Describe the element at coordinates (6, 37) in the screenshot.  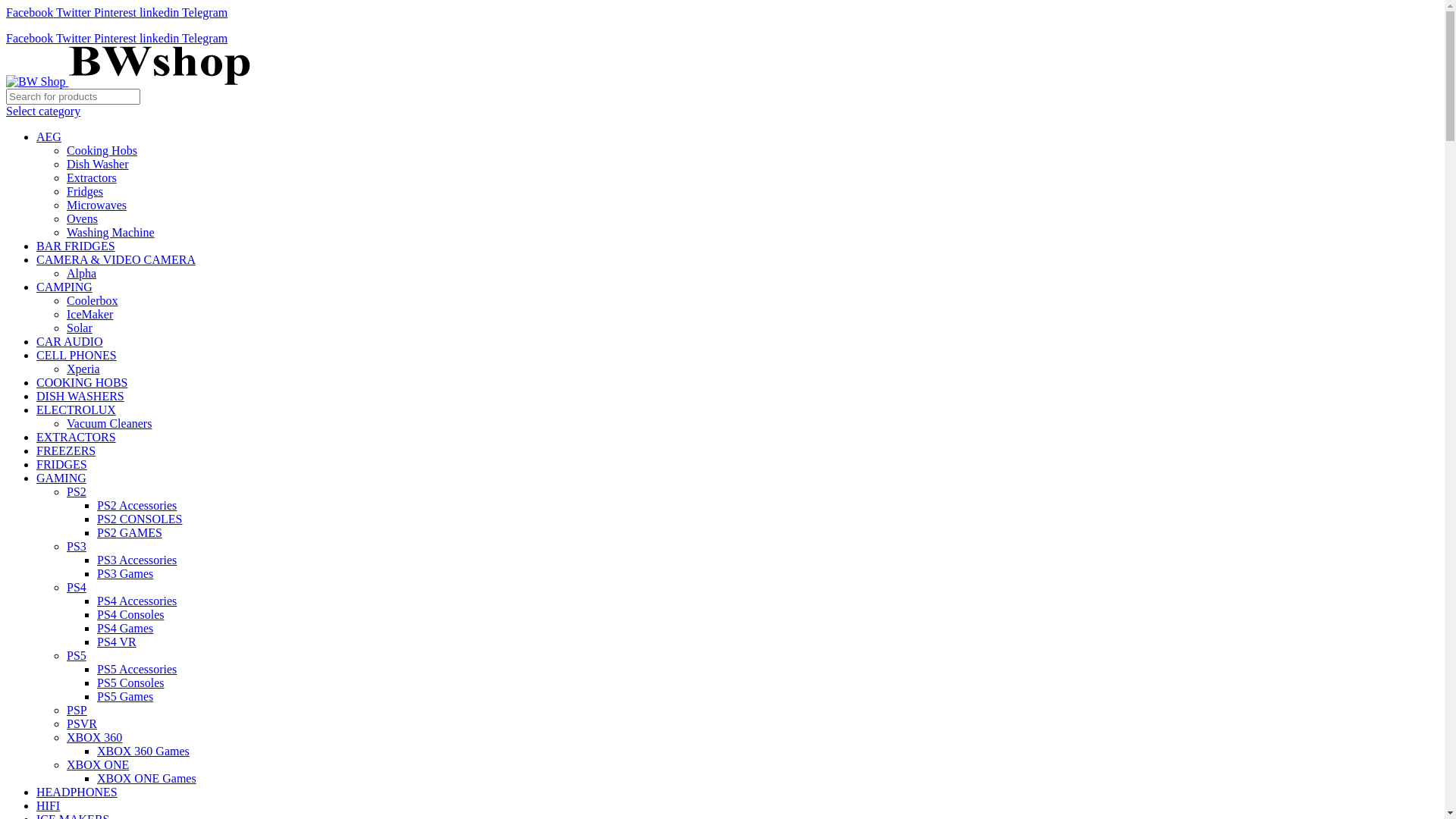
I see `'Facebook'` at that location.